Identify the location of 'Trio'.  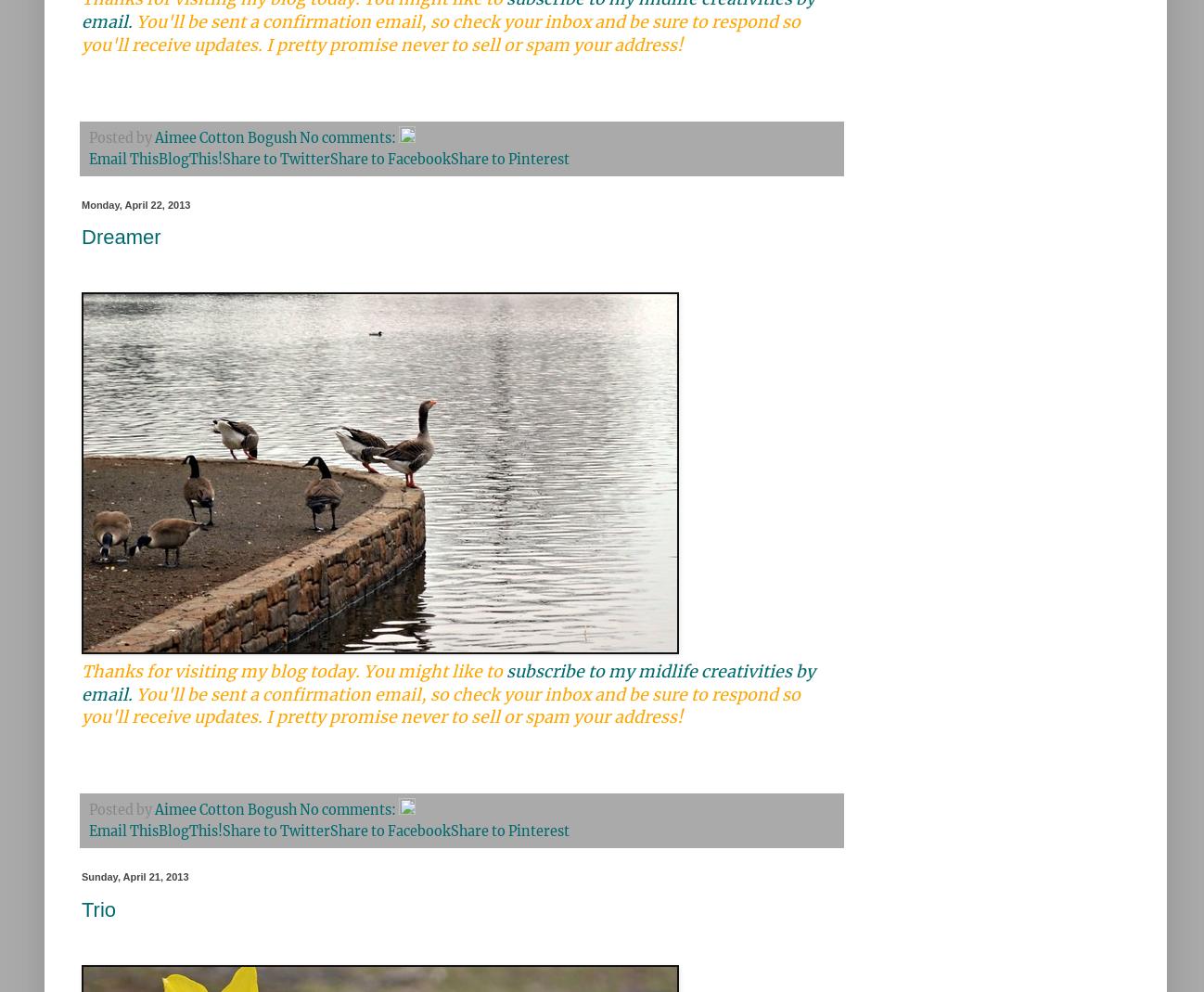
(98, 908).